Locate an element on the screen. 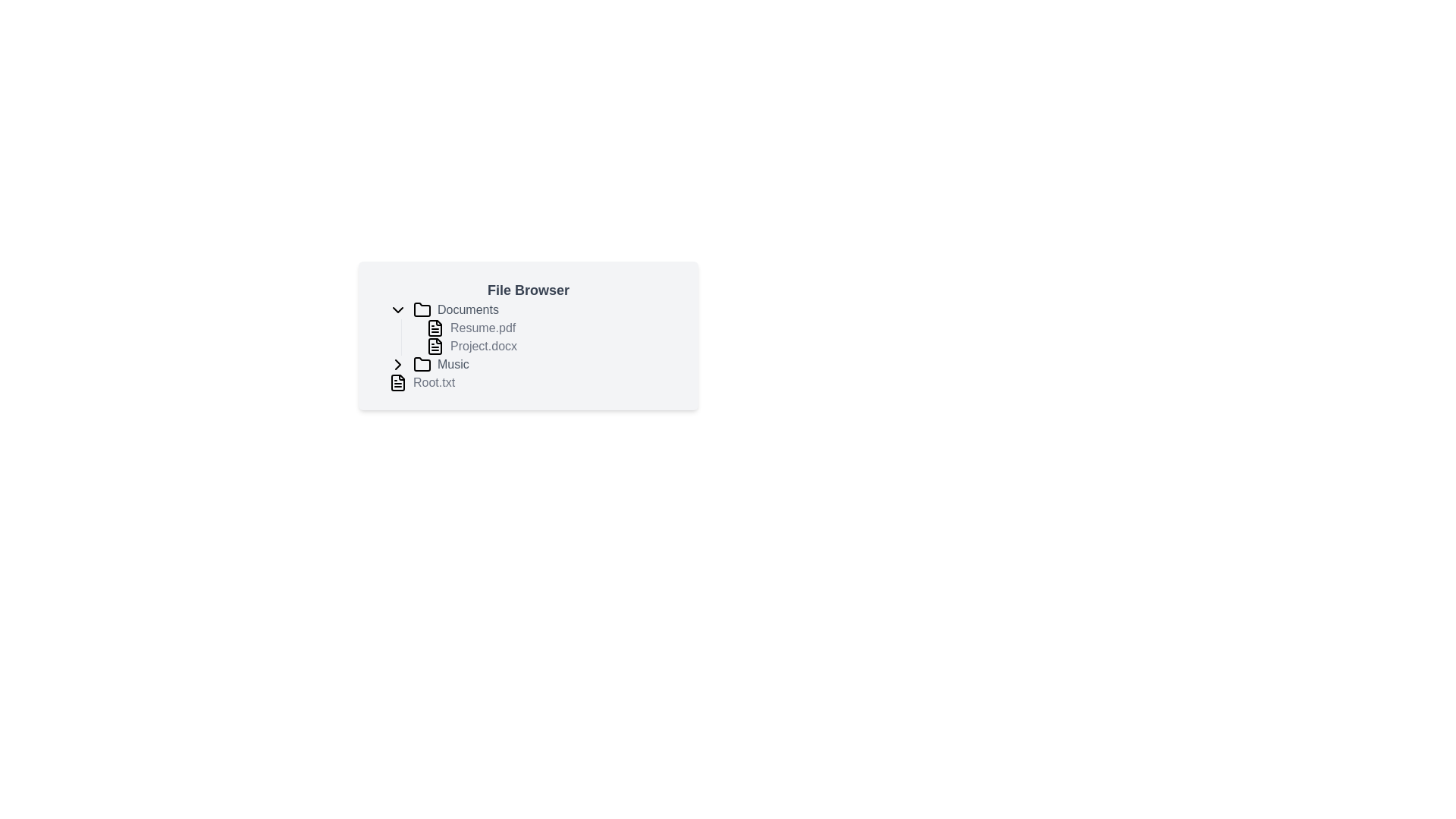 Image resolution: width=1456 pixels, height=819 pixels. the folder toggle item at the top of the file browser hierarchy is located at coordinates (535, 309).